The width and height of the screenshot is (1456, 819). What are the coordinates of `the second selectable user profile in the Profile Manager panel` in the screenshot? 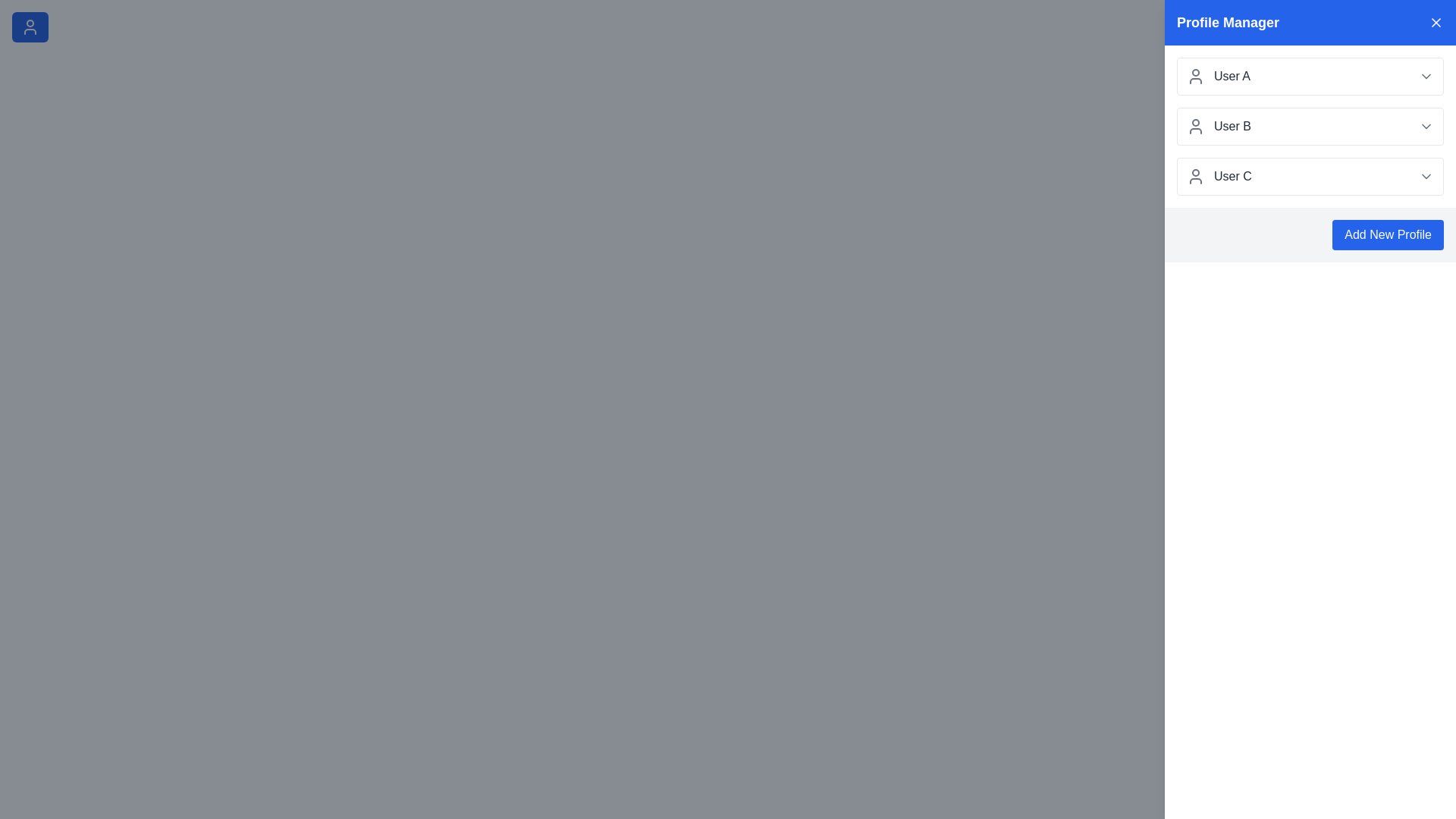 It's located at (1310, 125).